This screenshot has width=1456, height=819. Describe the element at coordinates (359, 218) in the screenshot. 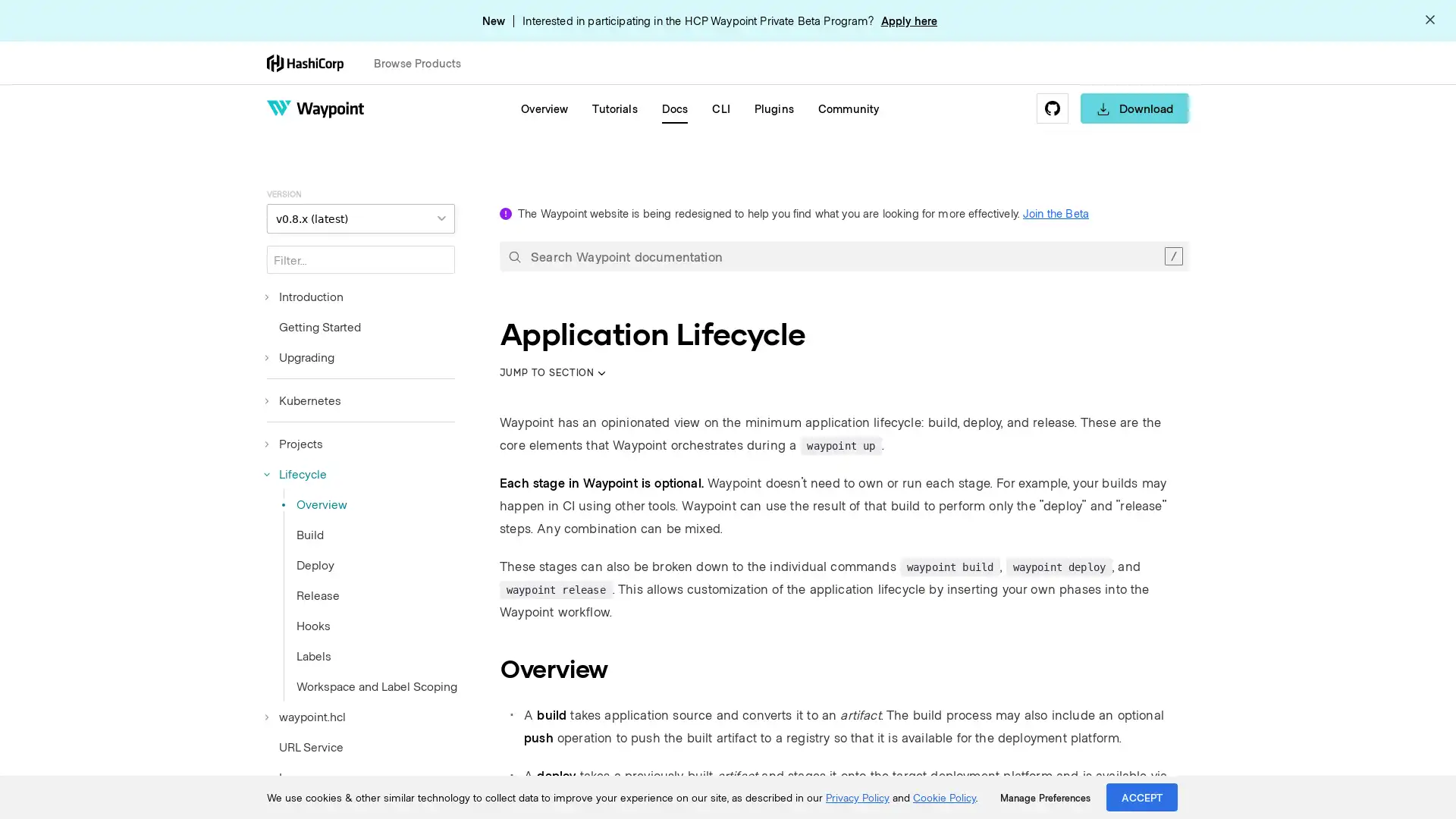

I see `VERSION` at that location.